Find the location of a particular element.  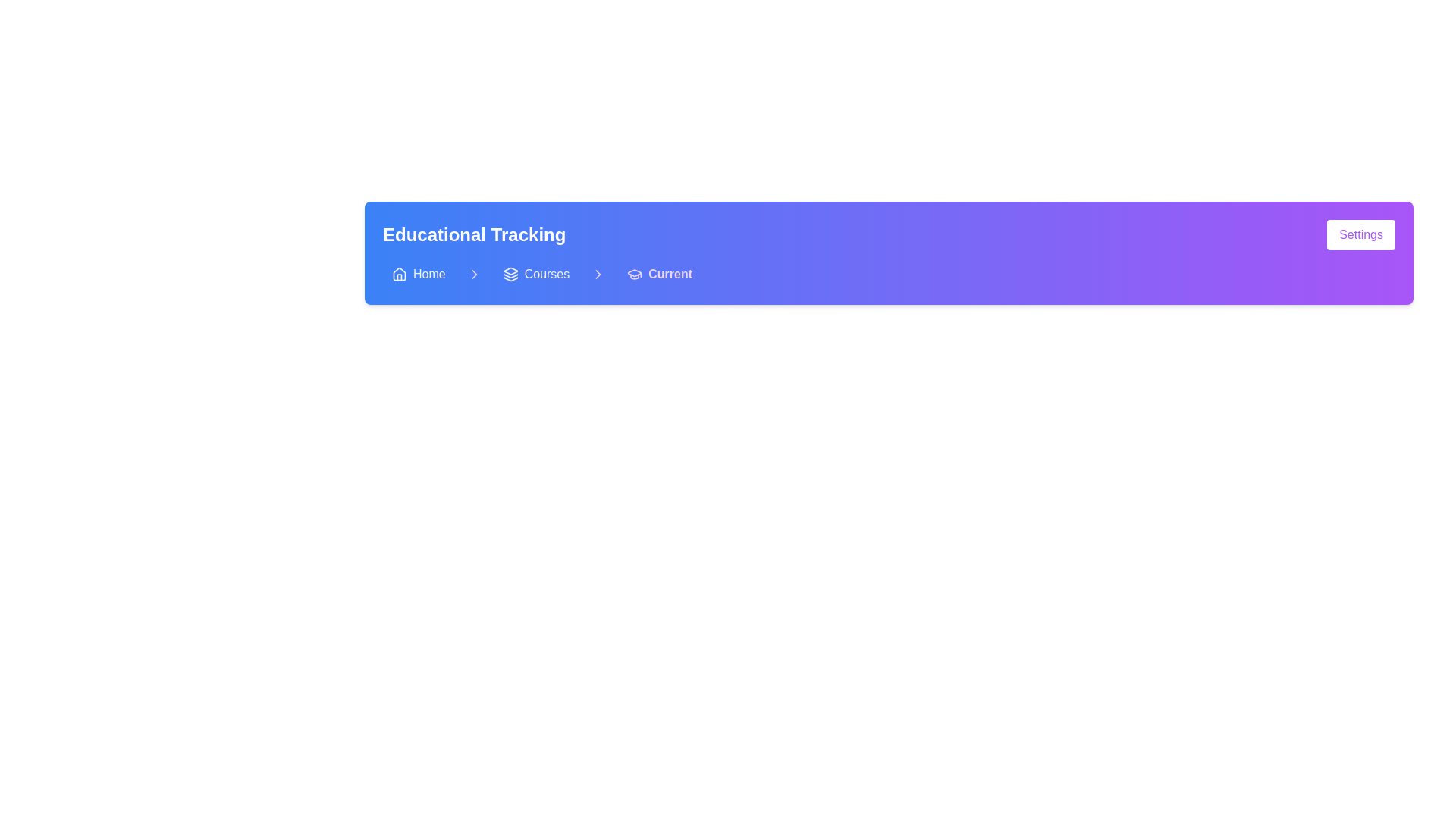

the 'Home' icon in the breadcrumb navigation for accessibility is located at coordinates (400, 274).